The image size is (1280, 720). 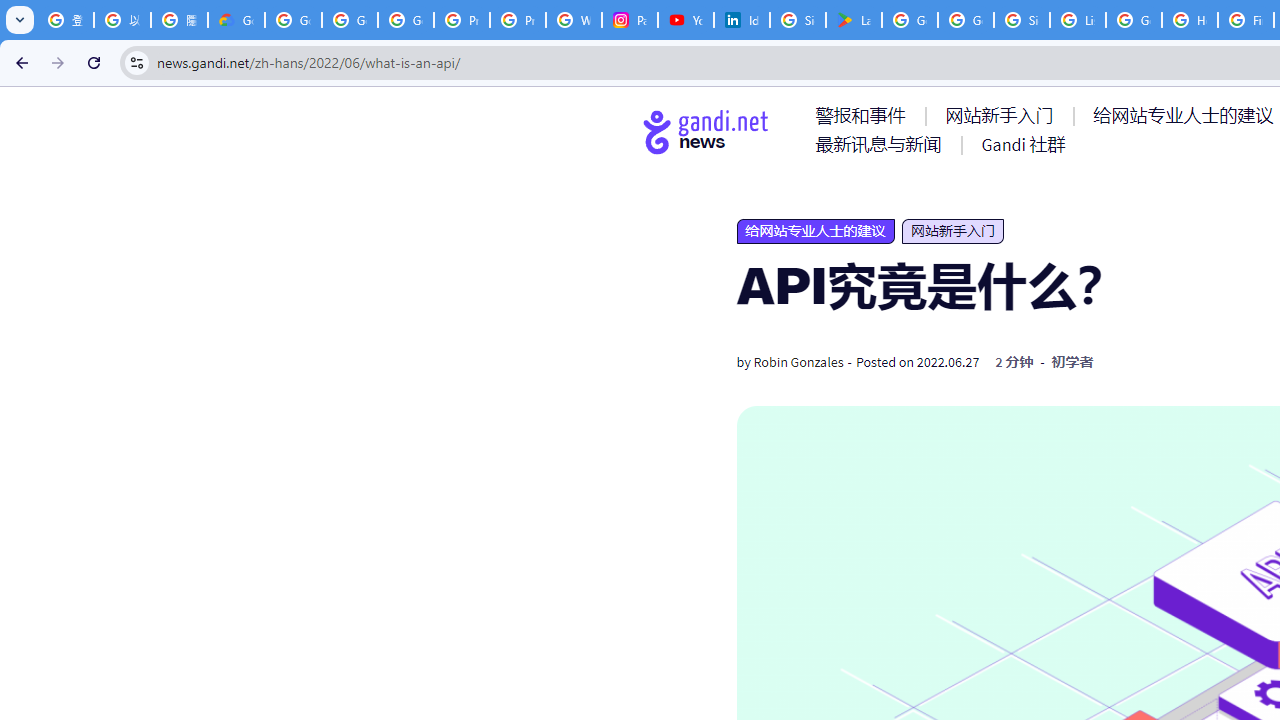 What do you see at coordinates (461, 20) in the screenshot?
I see `'Privacy Help Center - Policies Help'` at bounding box center [461, 20].